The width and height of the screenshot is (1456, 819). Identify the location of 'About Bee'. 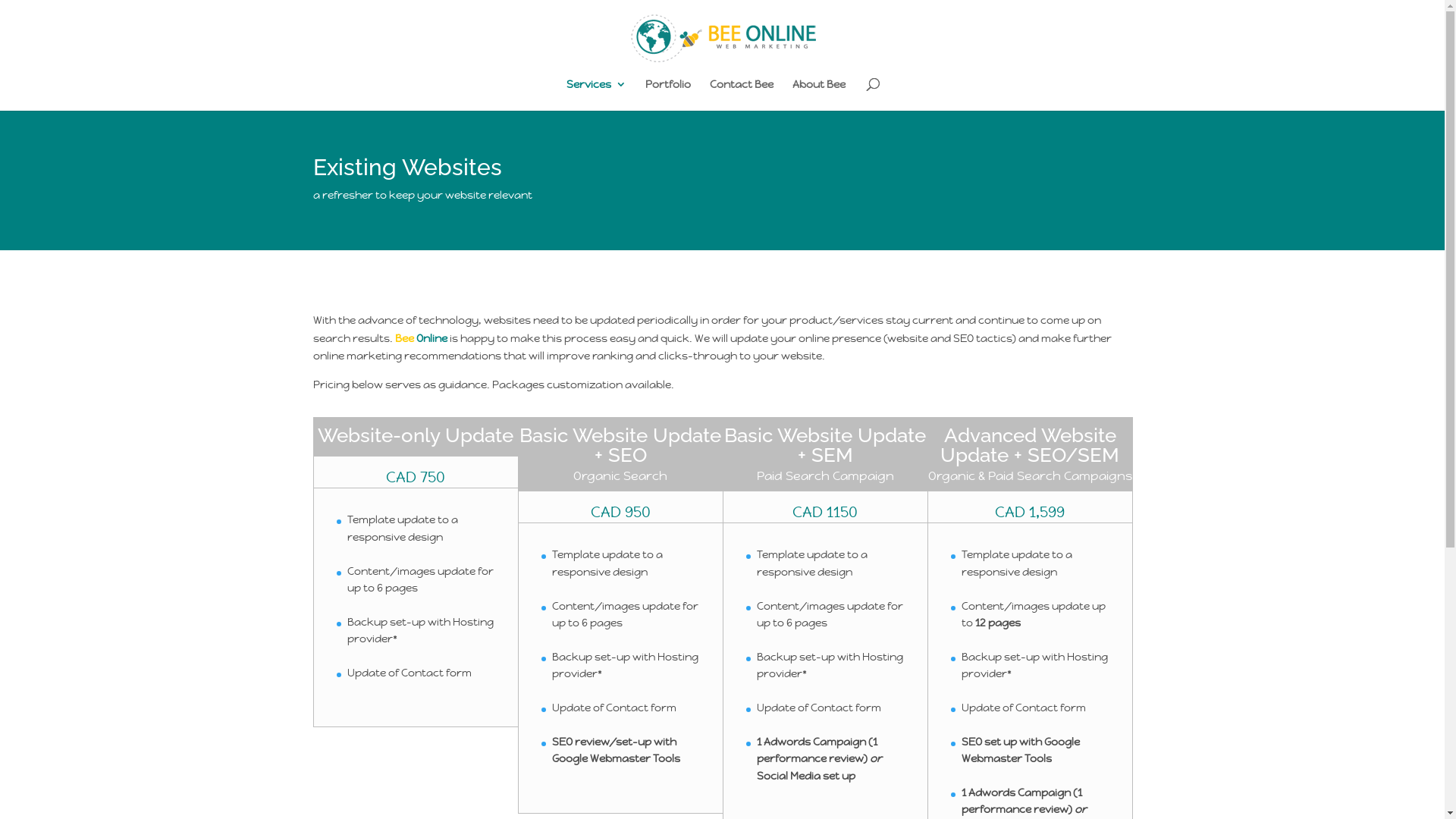
(818, 94).